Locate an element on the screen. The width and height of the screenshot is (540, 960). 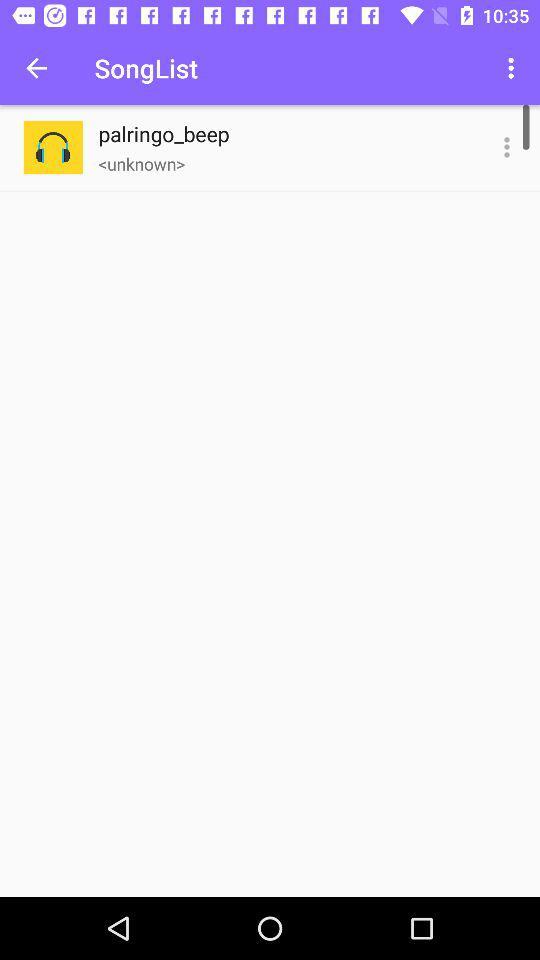
the icon next to songlist icon is located at coordinates (36, 68).